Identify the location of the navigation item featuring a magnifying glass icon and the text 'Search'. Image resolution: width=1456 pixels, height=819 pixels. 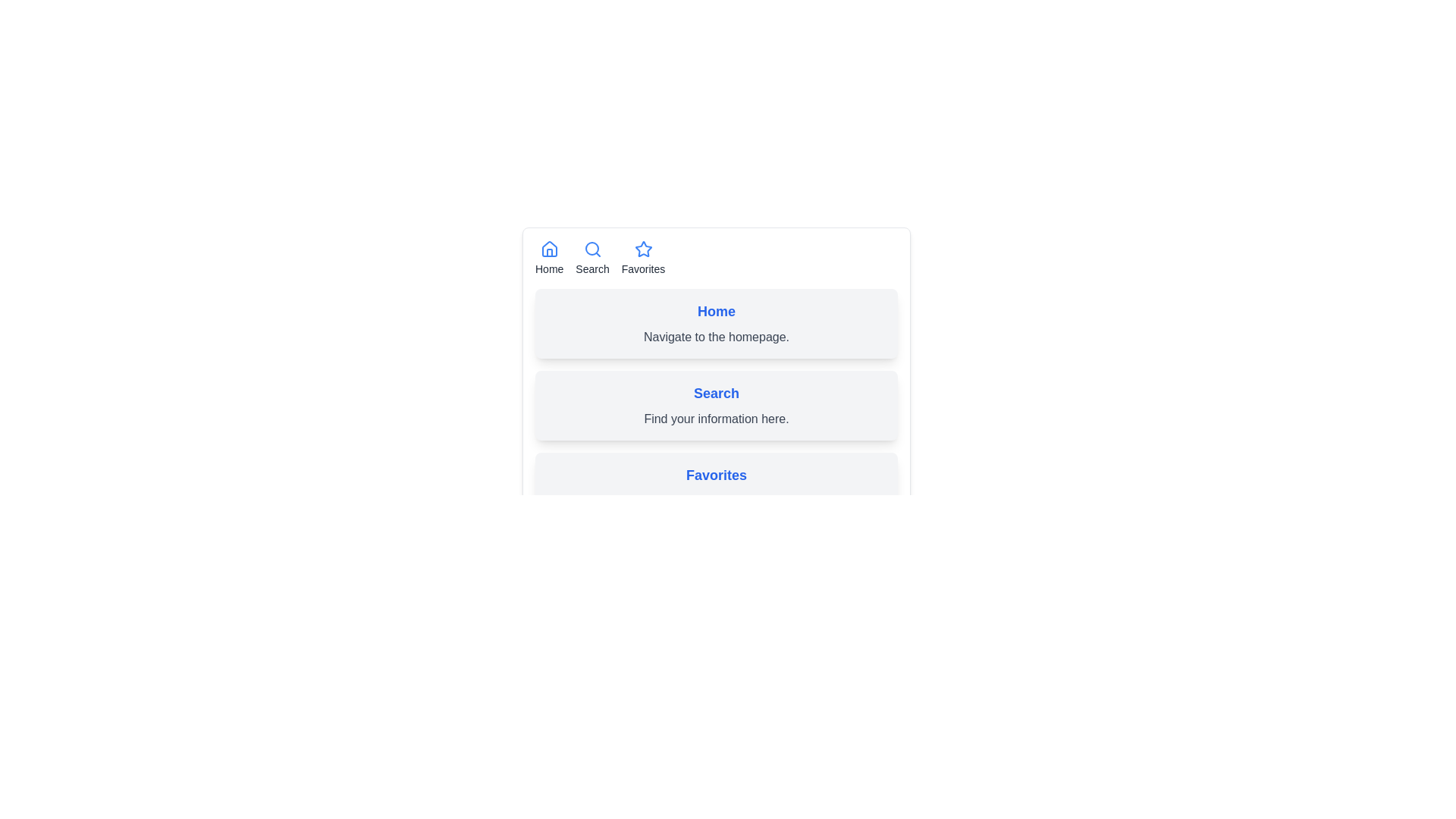
(591, 257).